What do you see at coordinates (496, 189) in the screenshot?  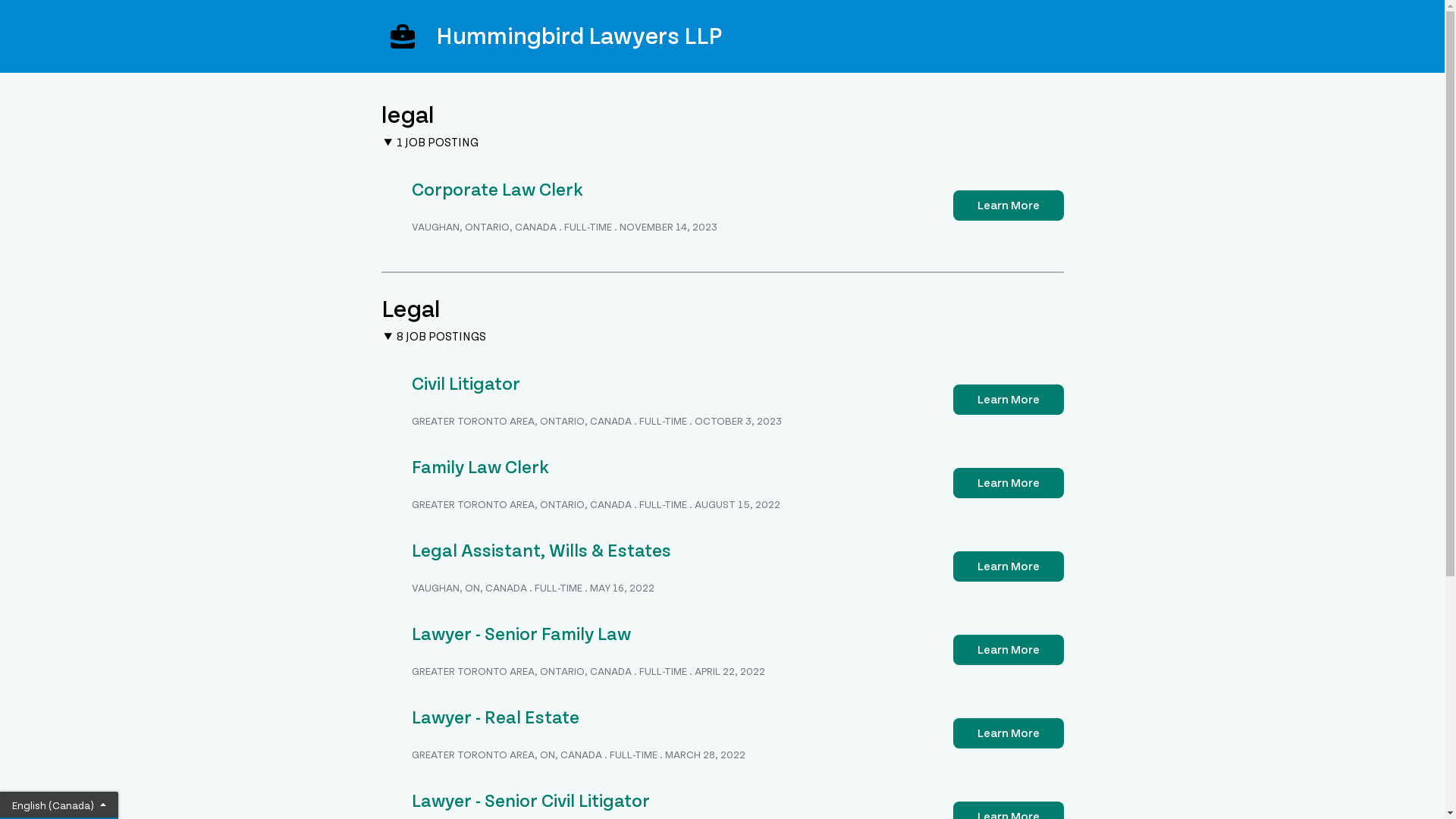 I see `'Corporate Law Clerk'` at bounding box center [496, 189].